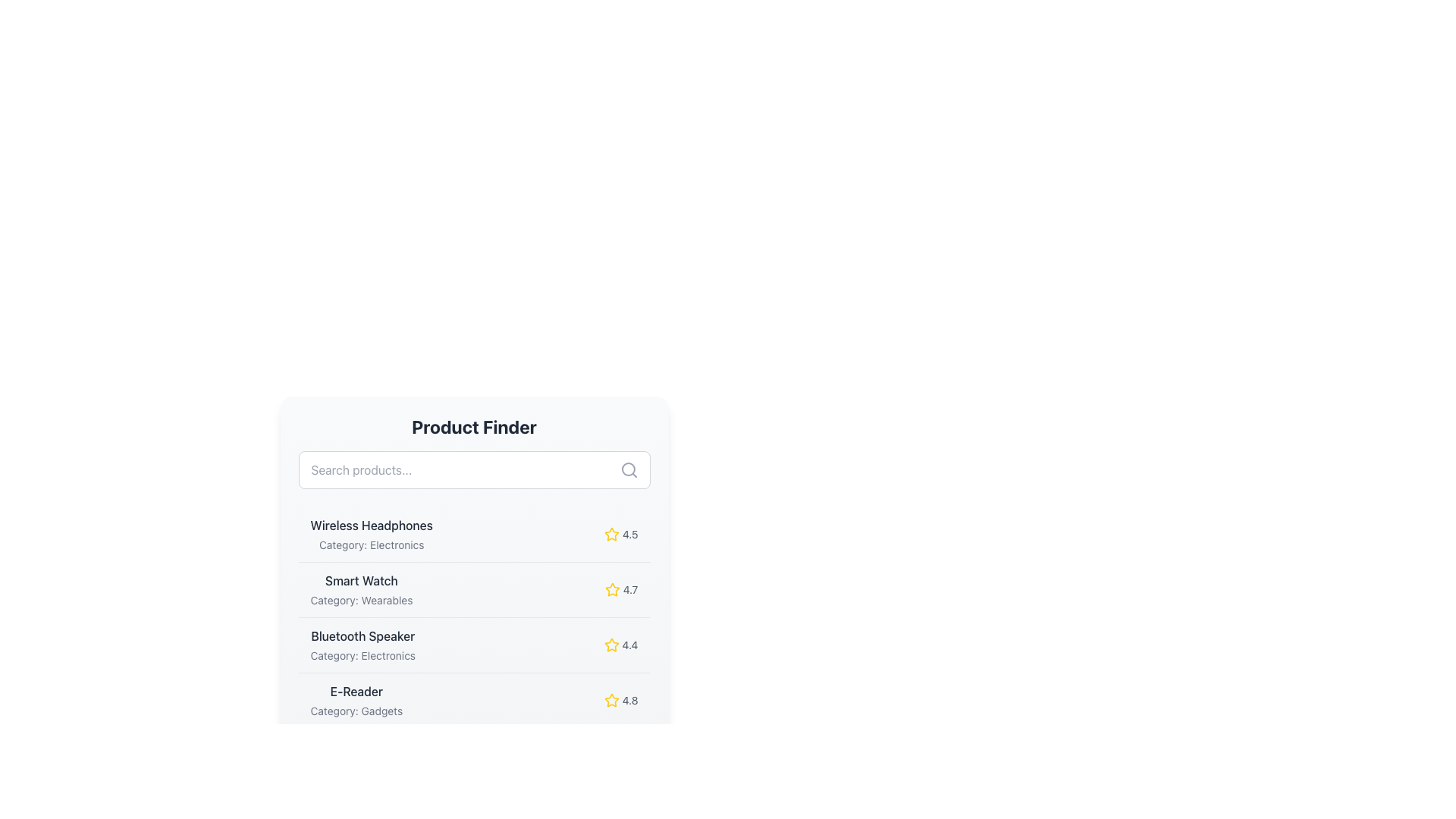 Image resolution: width=1456 pixels, height=819 pixels. Describe the element at coordinates (621, 534) in the screenshot. I see `the Rating Display for the 'Wireless Headphones' product, located on the right side of the item in the product list` at that location.